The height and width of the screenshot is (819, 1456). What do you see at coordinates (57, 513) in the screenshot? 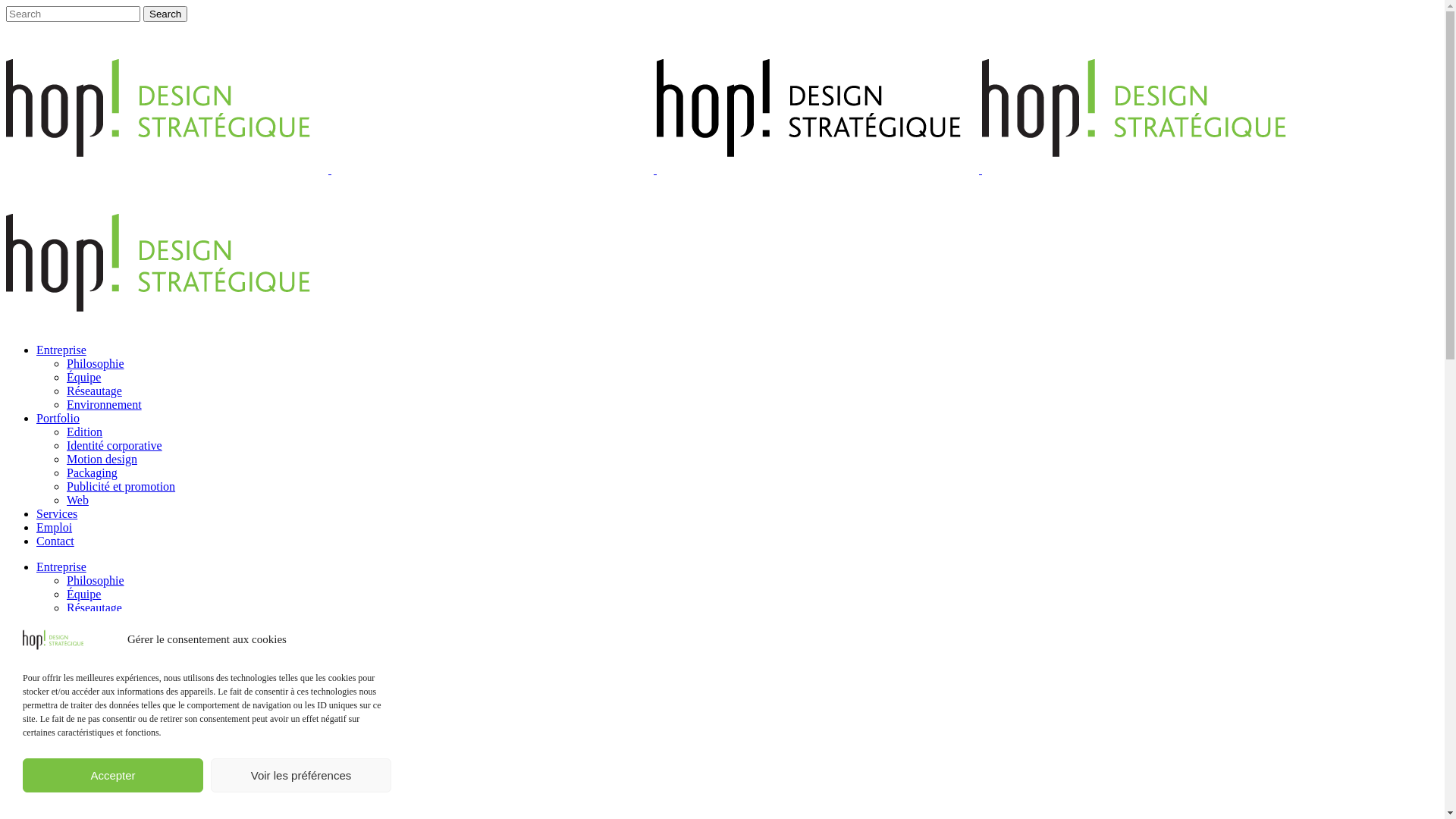
I see `'Services'` at bounding box center [57, 513].